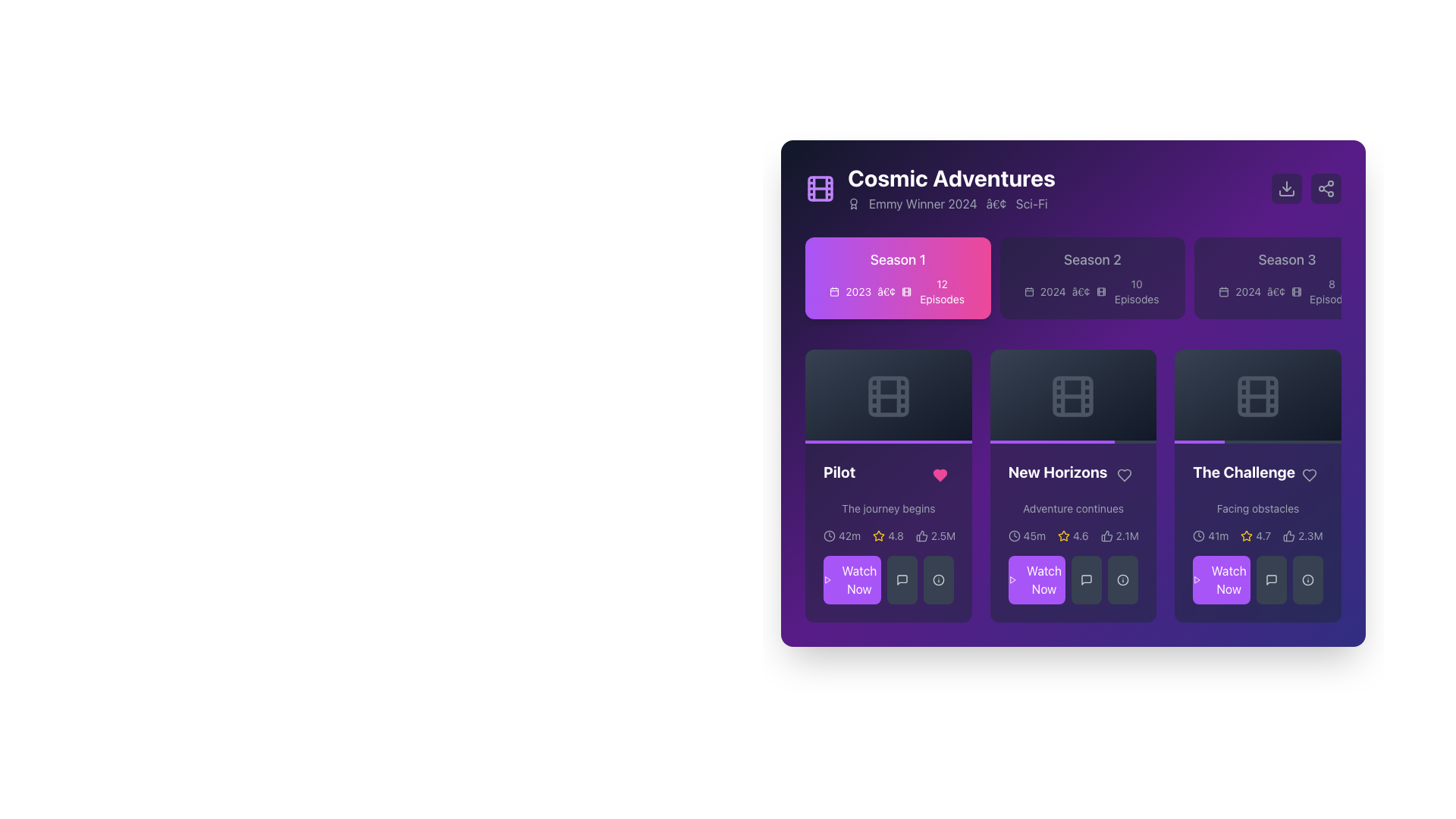 This screenshot has height=819, width=1456. I want to click on the interactive call-to-action button located in the lower left corner of the 'New Horizons' episode card within the 'Cosmic Adventures' series, so click(1036, 579).